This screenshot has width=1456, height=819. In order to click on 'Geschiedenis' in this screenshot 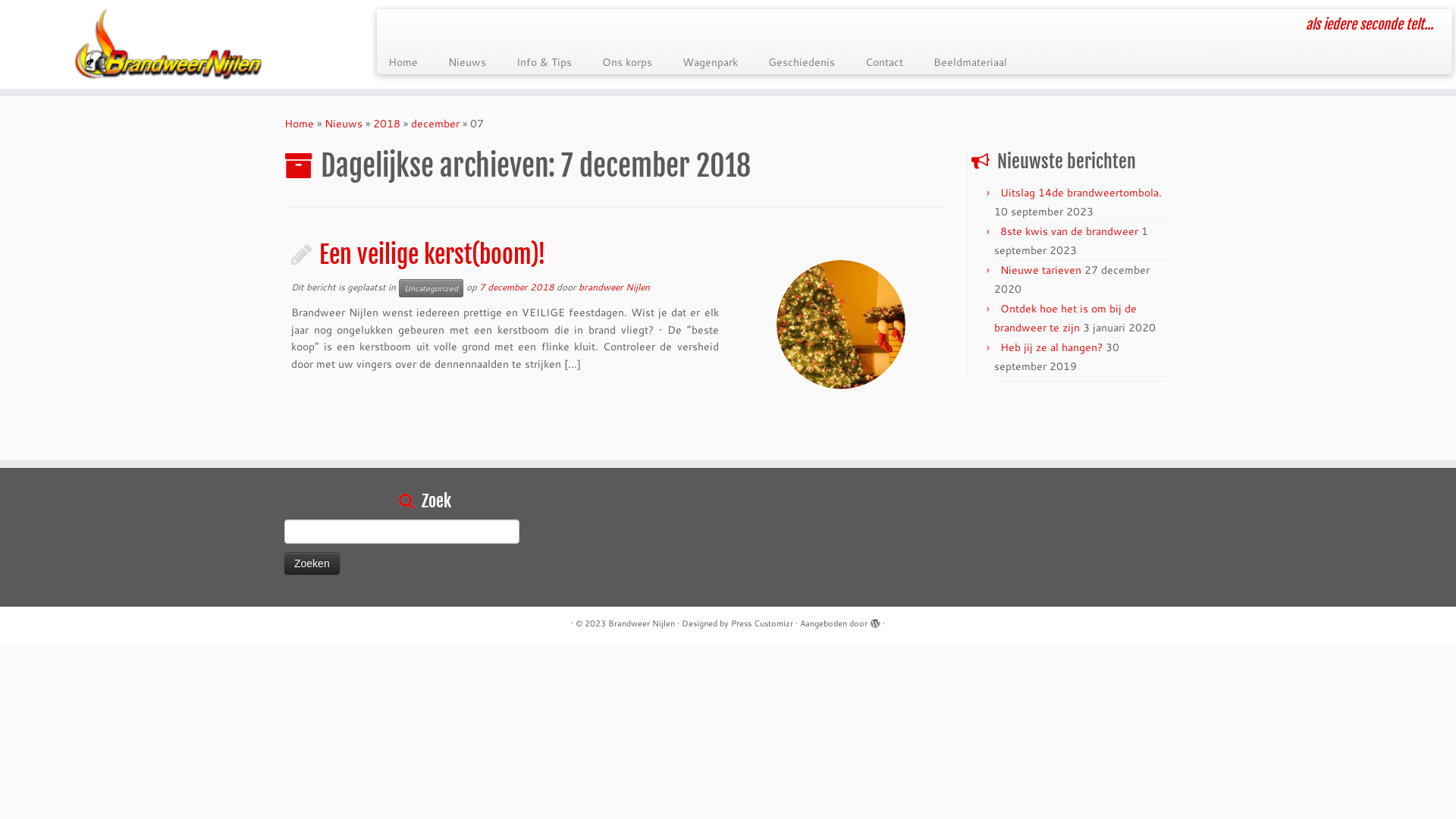, I will do `click(800, 61)`.